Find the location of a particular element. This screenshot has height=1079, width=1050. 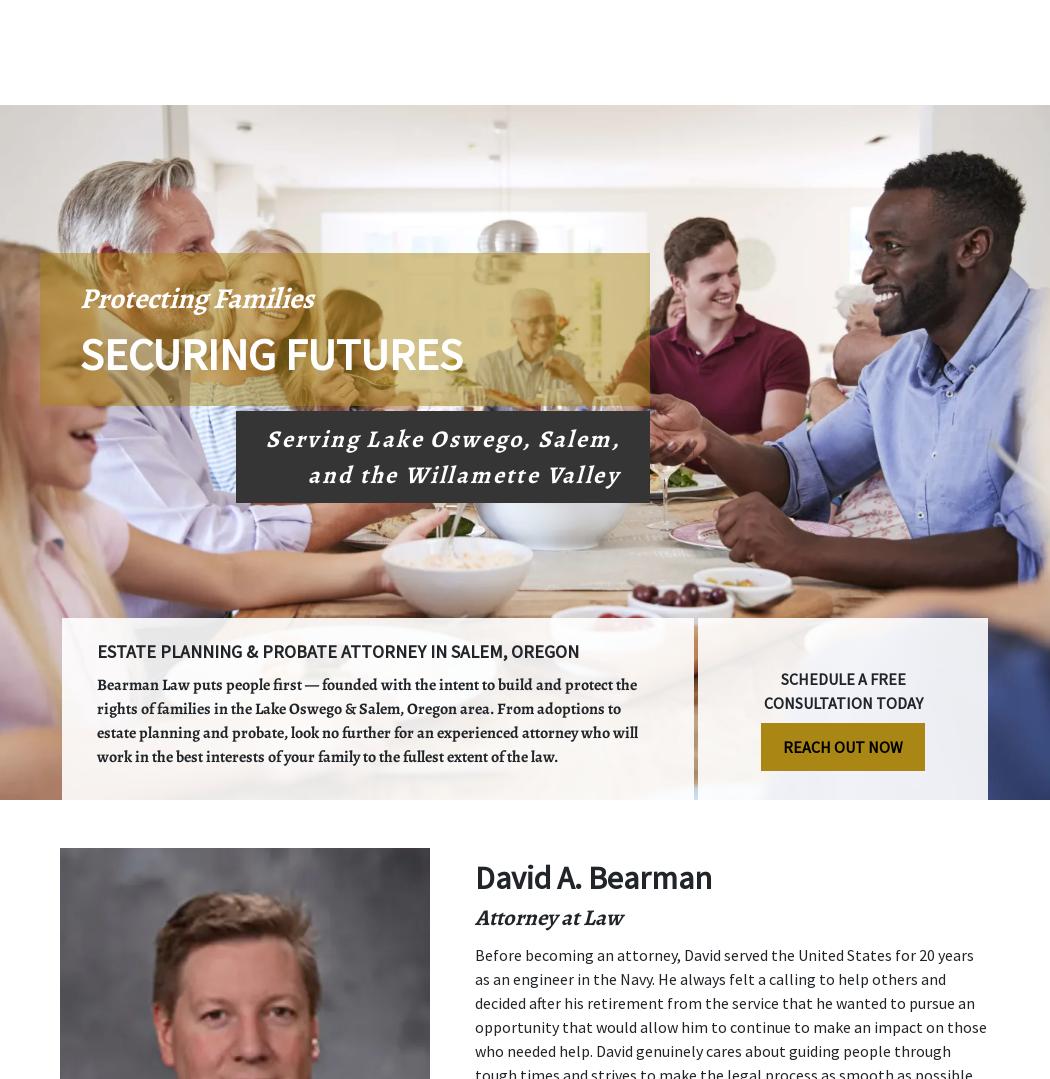

'SUBMIT' is located at coordinates (759, 593).